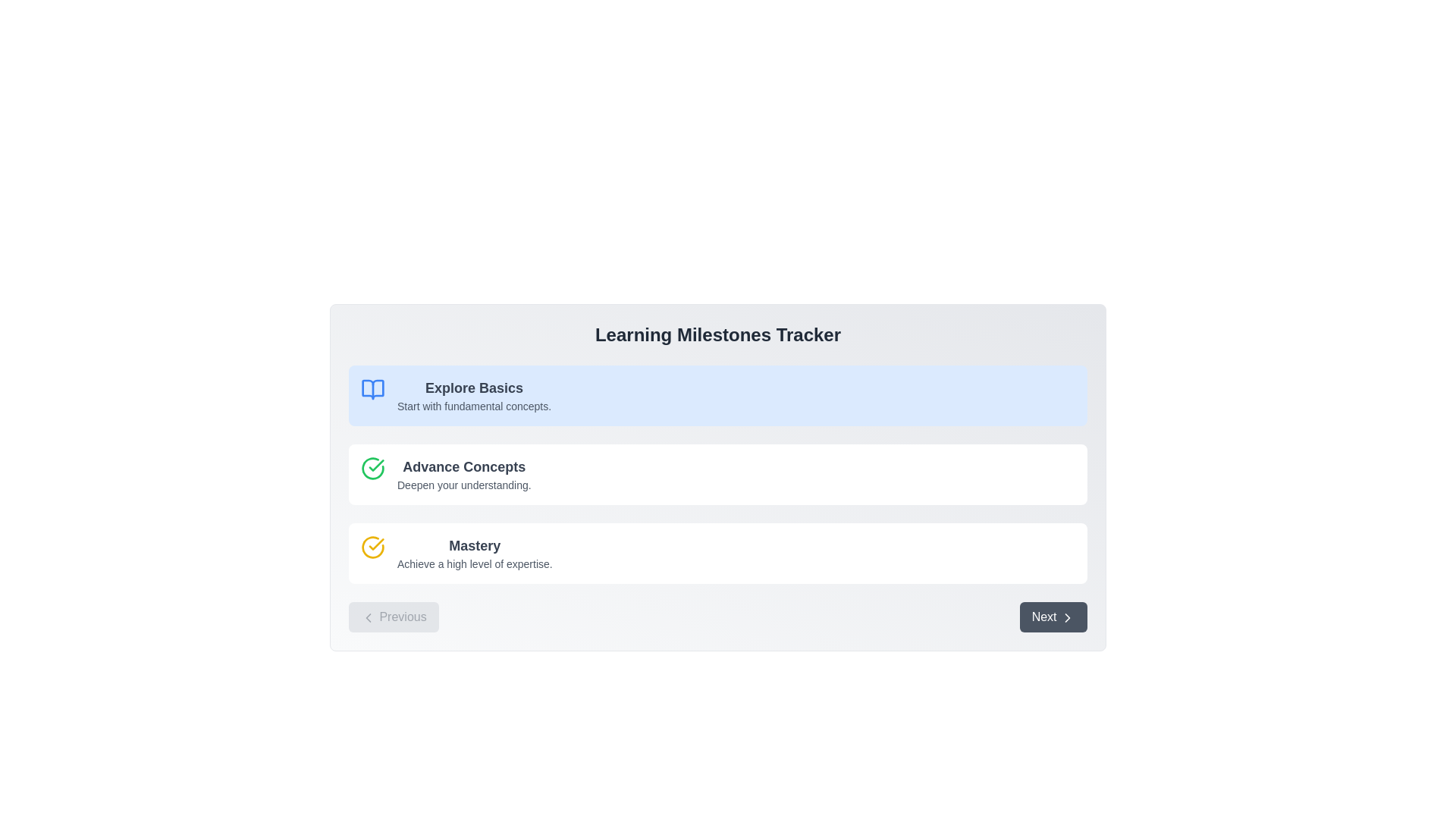 Image resolution: width=1456 pixels, height=819 pixels. I want to click on the blue minimalist book icon located at the leftmost part of the 'Explore Basics' section, aligned with the text 'Explore Basics' and its subtitle, so click(372, 388).